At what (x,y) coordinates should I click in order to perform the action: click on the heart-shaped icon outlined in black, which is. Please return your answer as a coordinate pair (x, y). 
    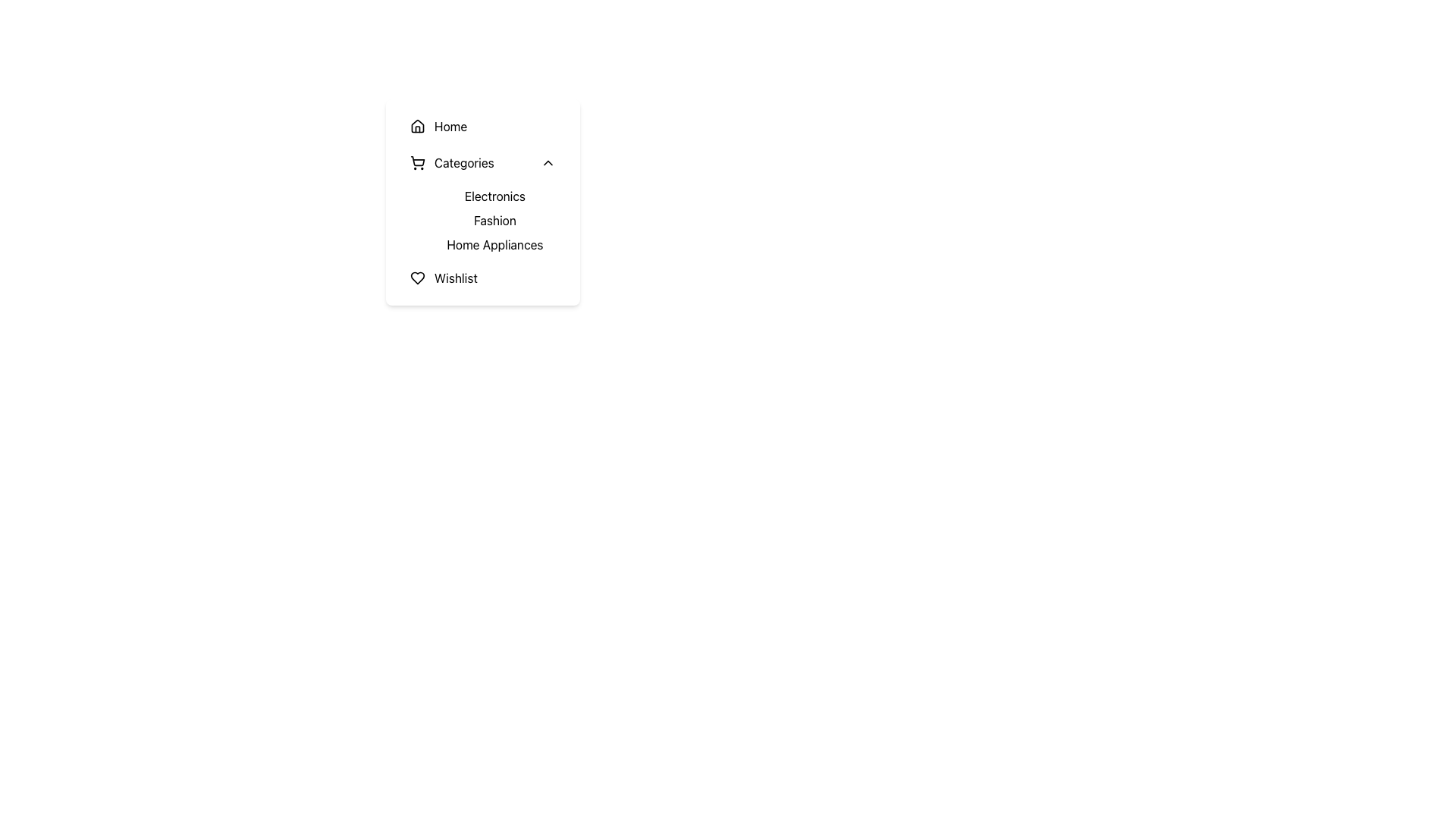
    Looking at the image, I should click on (418, 278).